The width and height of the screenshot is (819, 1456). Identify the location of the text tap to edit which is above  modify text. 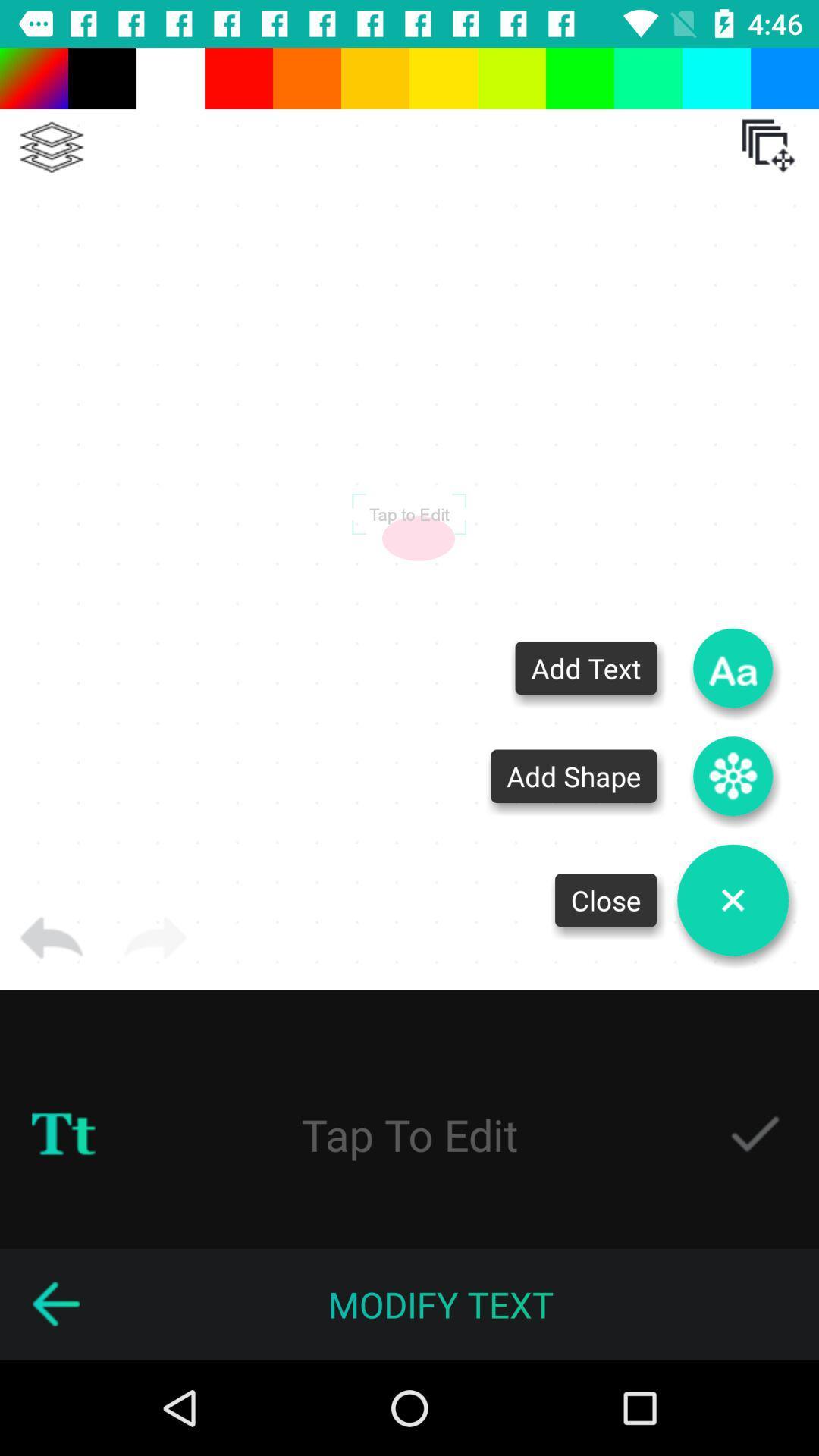
(409, 1134).